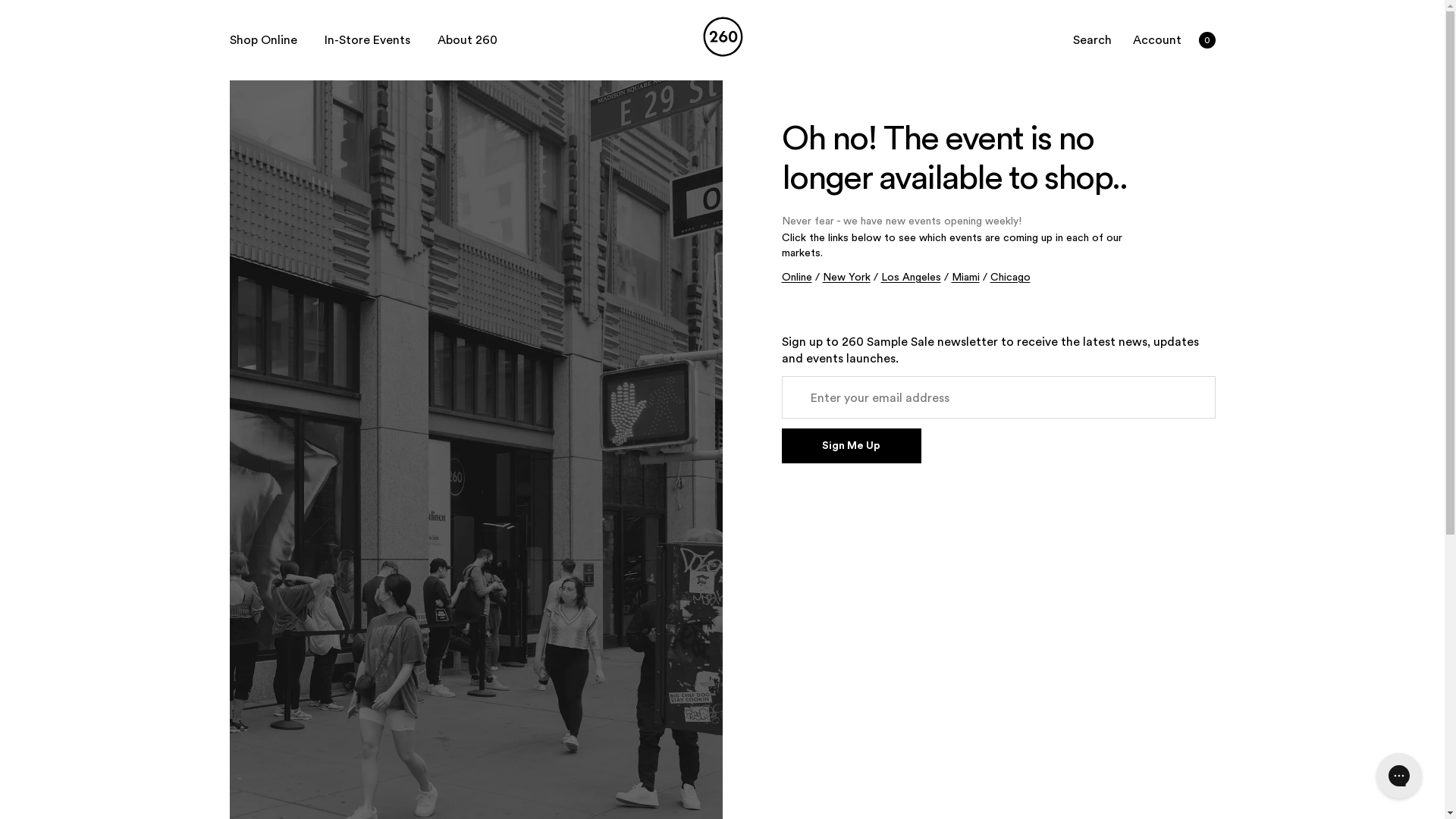  What do you see at coordinates (781, 444) in the screenshot?
I see `'Sign Me Up'` at bounding box center [781, 444].